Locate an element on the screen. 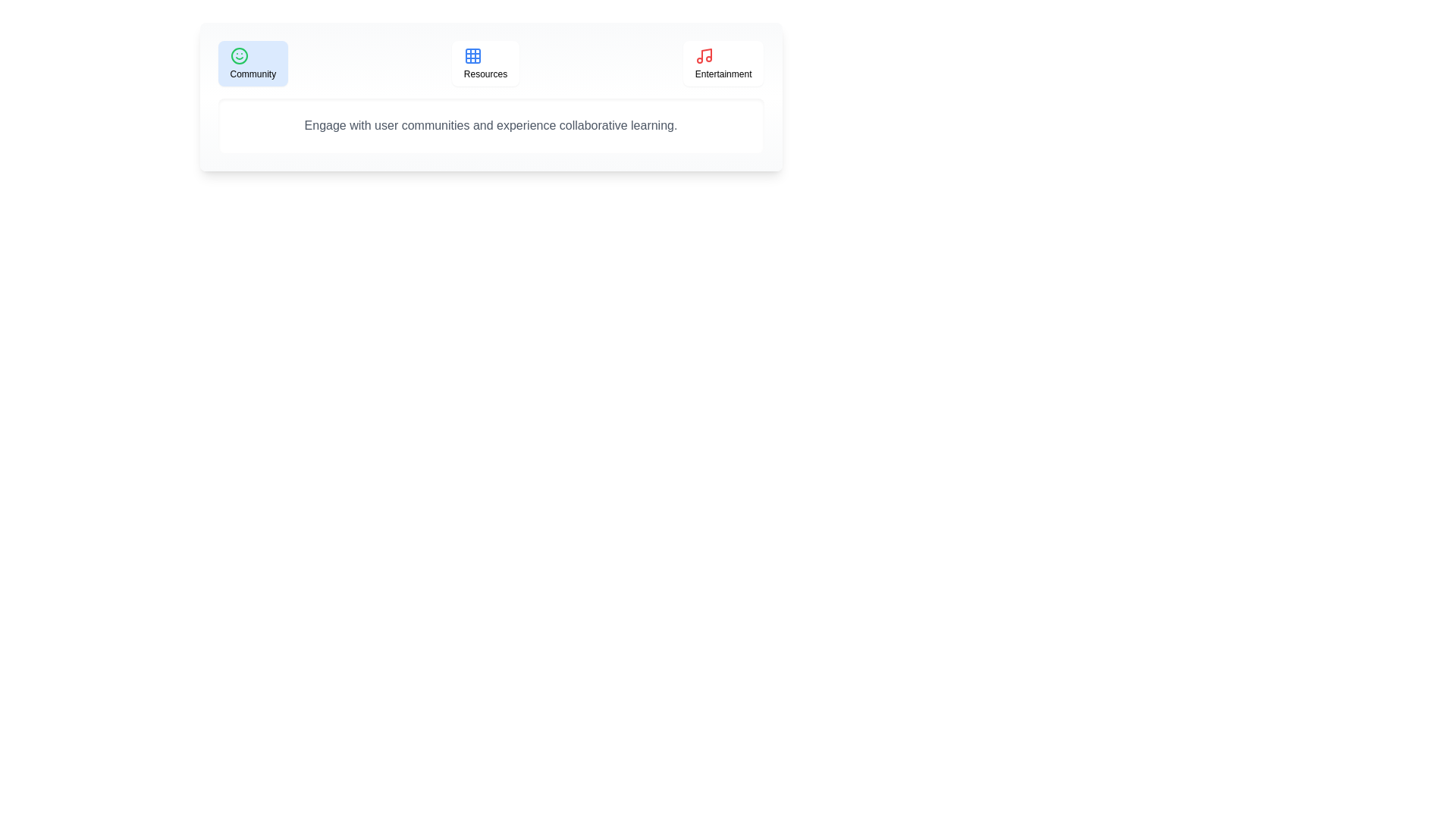  the Entertainment tab by clicking on it is located at coordinates (723, 63).